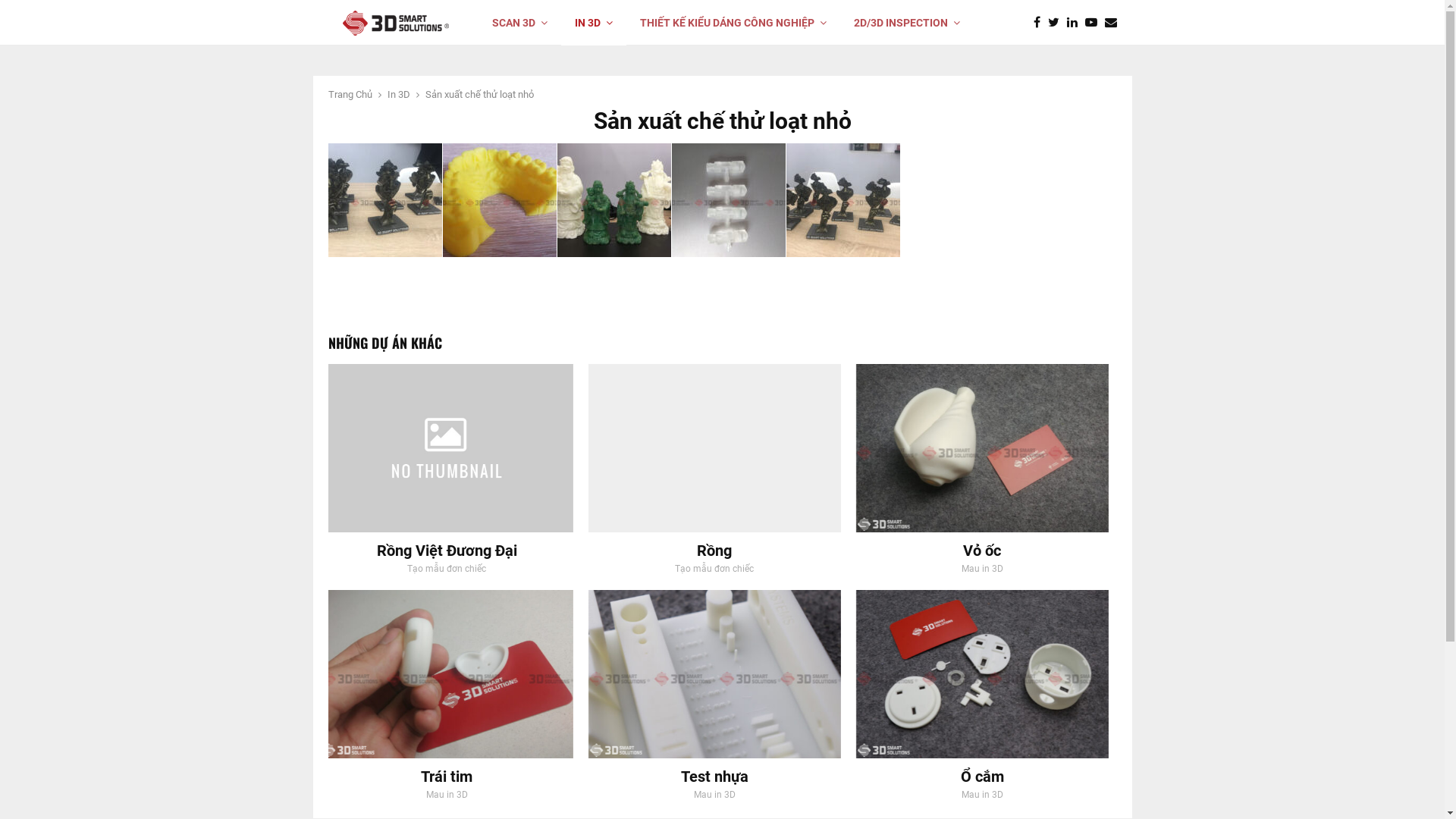 This screenshot has width=1456, height=819. Describe the element at coordinates (1113, 23) in the screenshot. I see `'Email'` at that location.